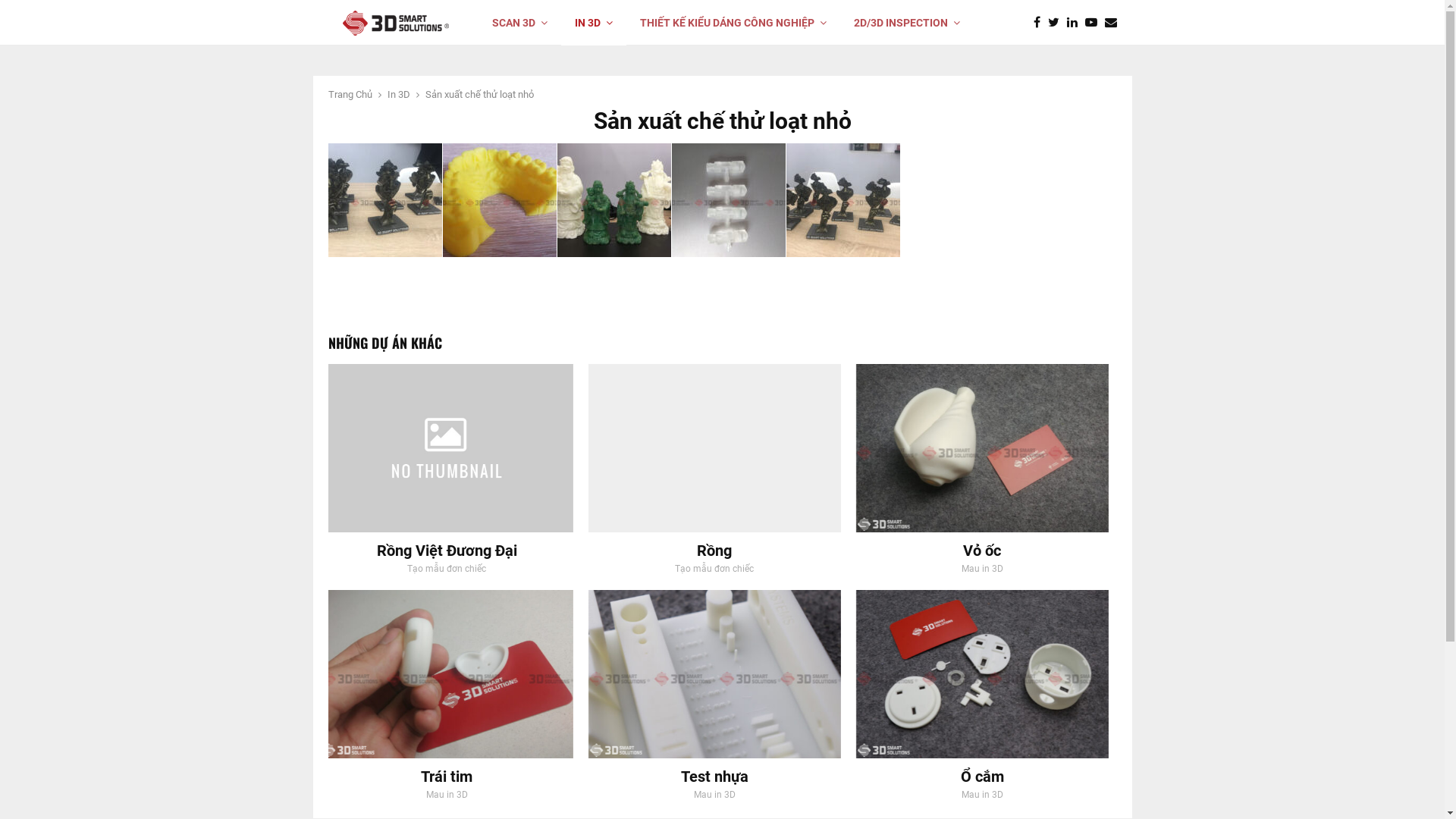 This screenshot has width=1456, height=819. Describe the element at coordinates (1113, 23) in the screenshot. I see `'Email'` at that location.